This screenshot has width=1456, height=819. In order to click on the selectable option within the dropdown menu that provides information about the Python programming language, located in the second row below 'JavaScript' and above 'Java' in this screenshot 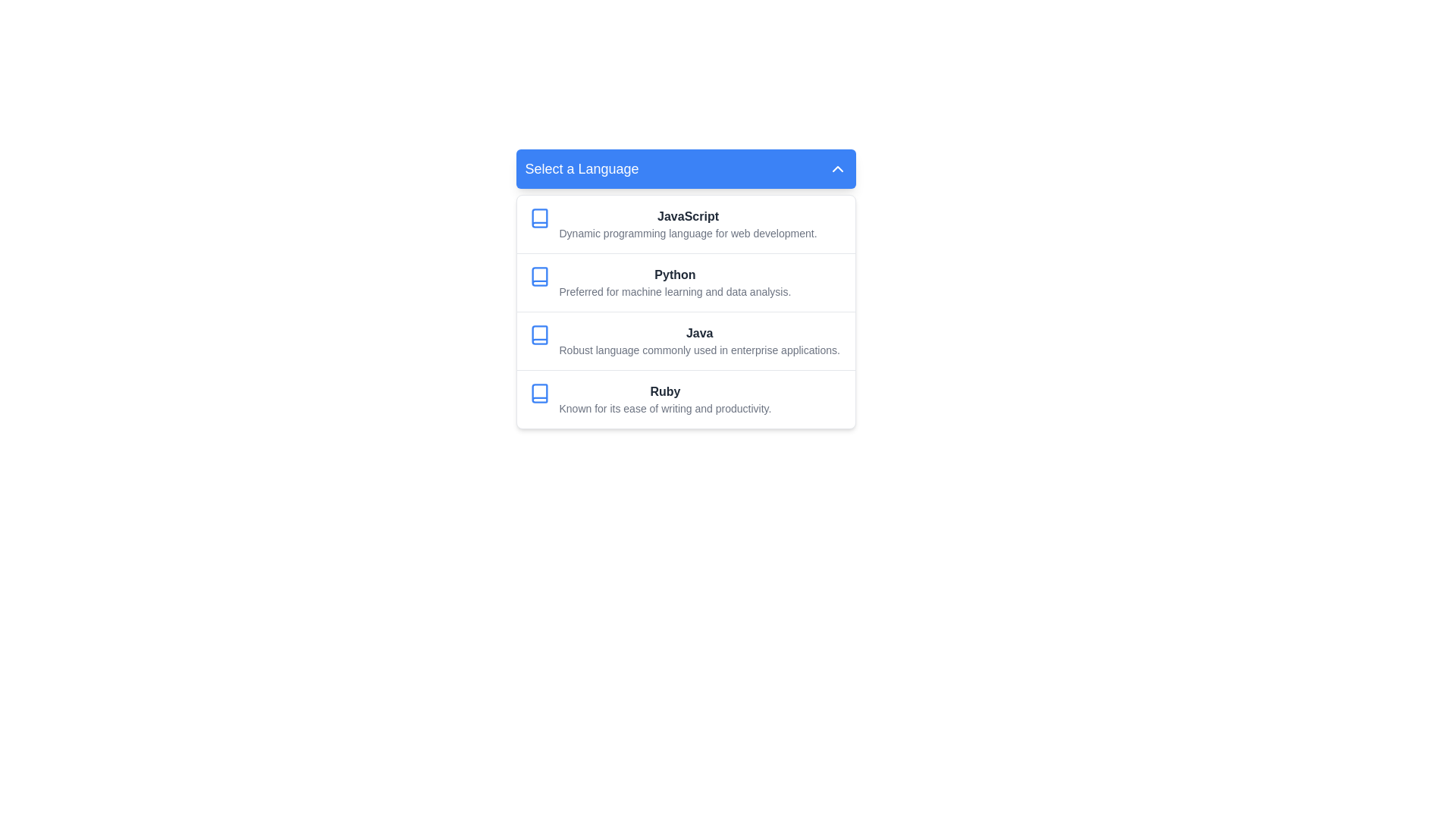, I will do `click(674, 283)`.